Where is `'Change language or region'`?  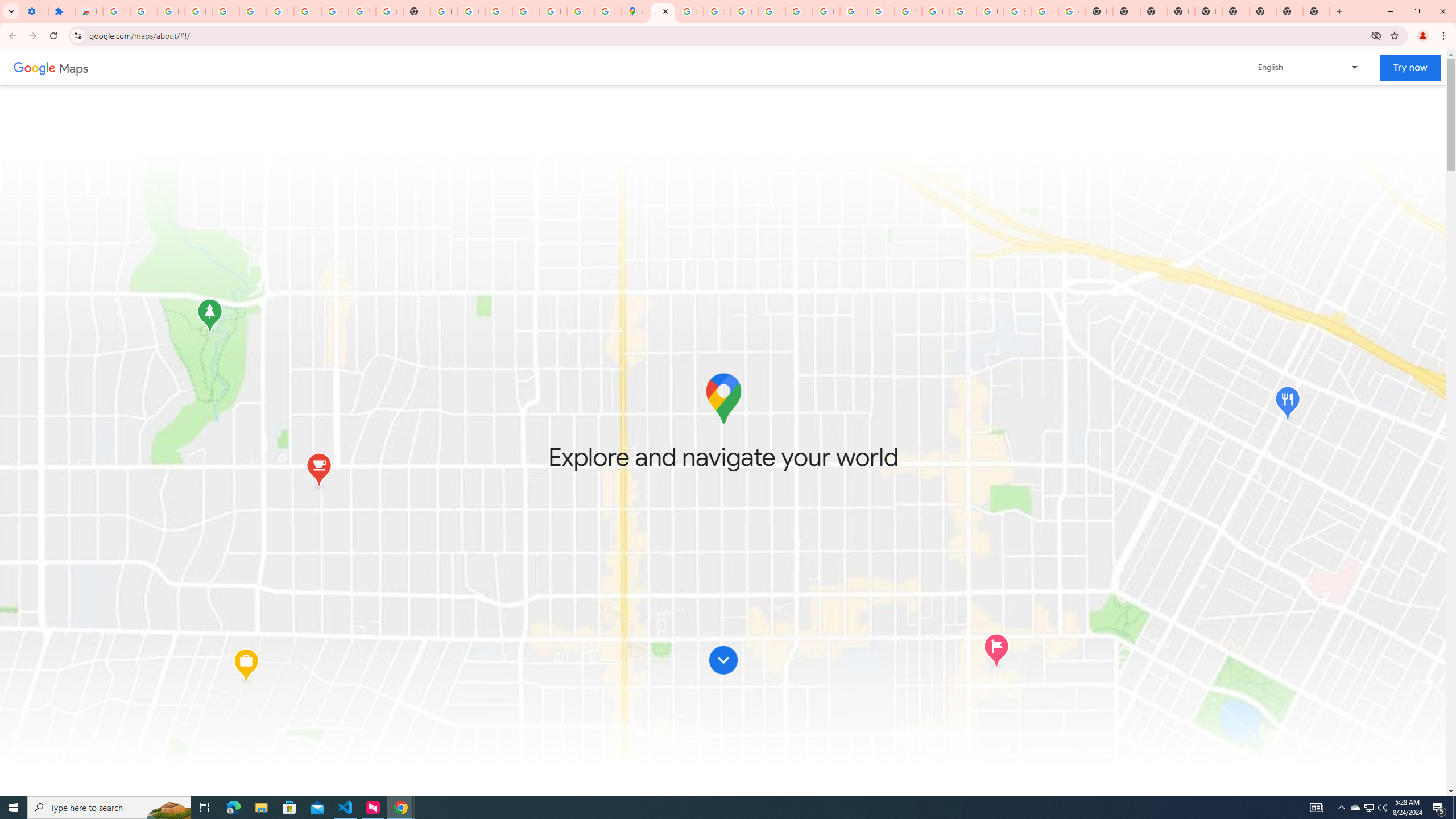
'Change language or region' is located at coordinates (1308, 67).